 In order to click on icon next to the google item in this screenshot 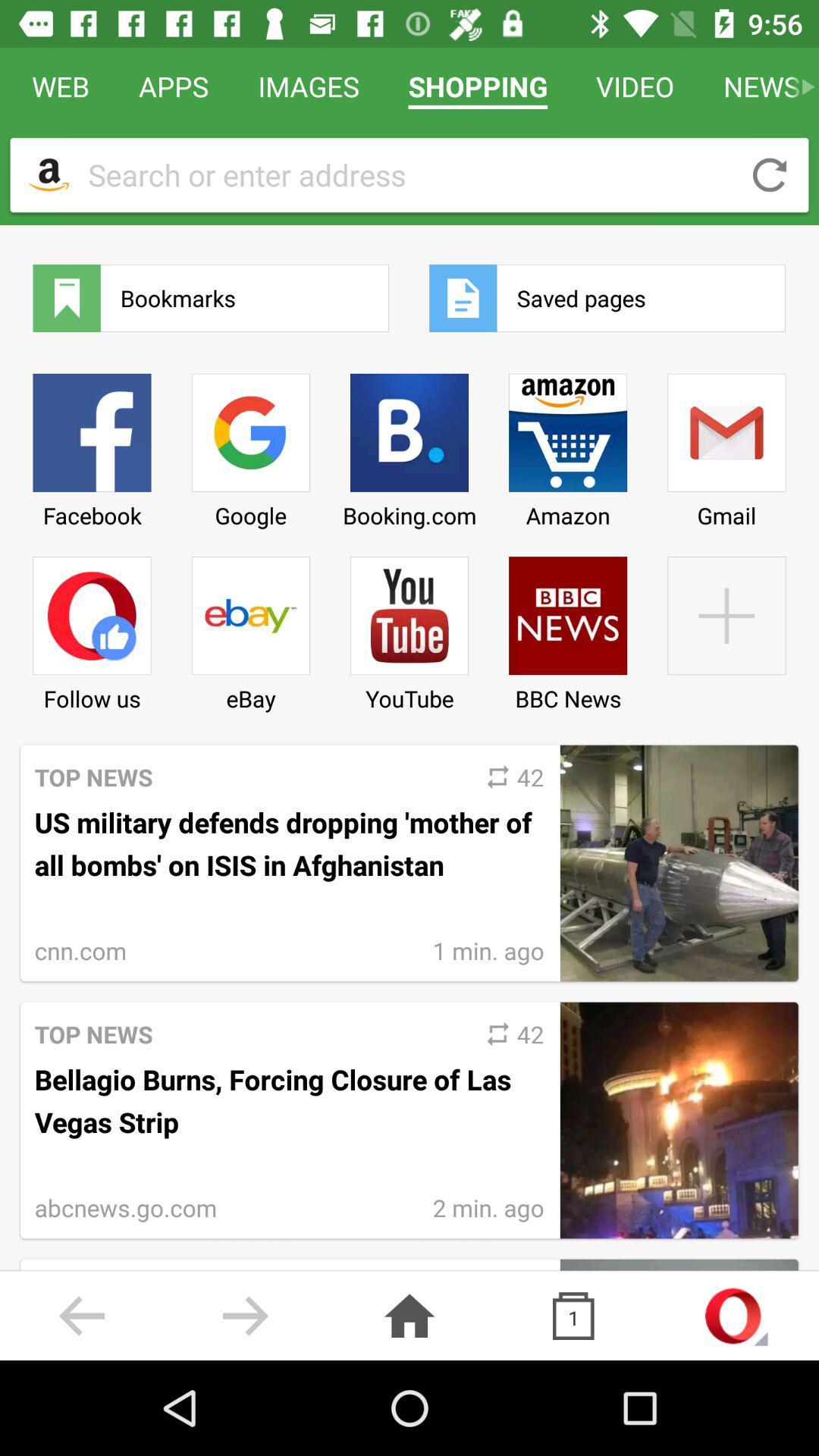, I will do `click(409, 628)`.